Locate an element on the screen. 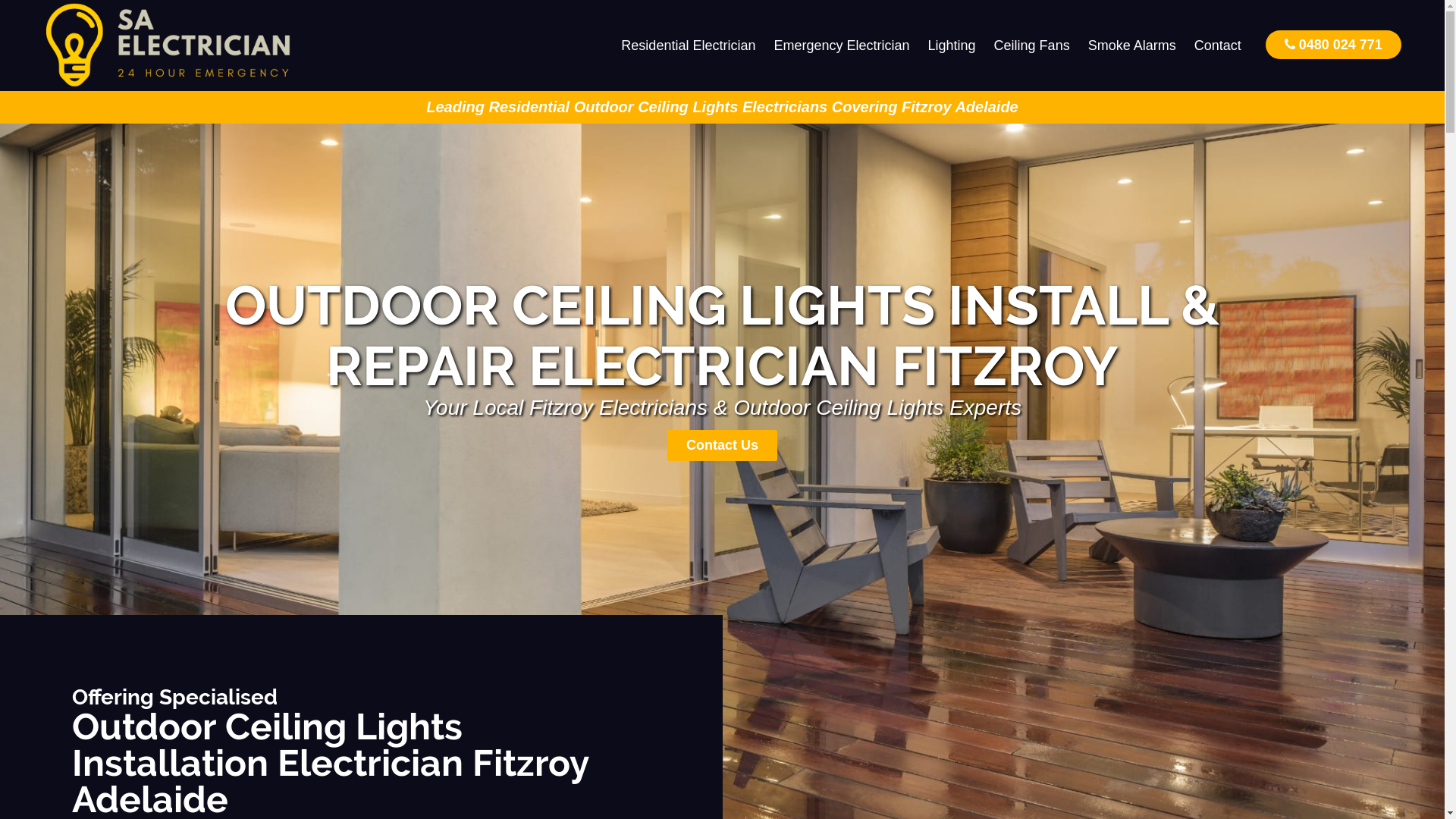 The image size is (1456, 819). 'Emergency Electrician' is located at coordinates (840, 45).